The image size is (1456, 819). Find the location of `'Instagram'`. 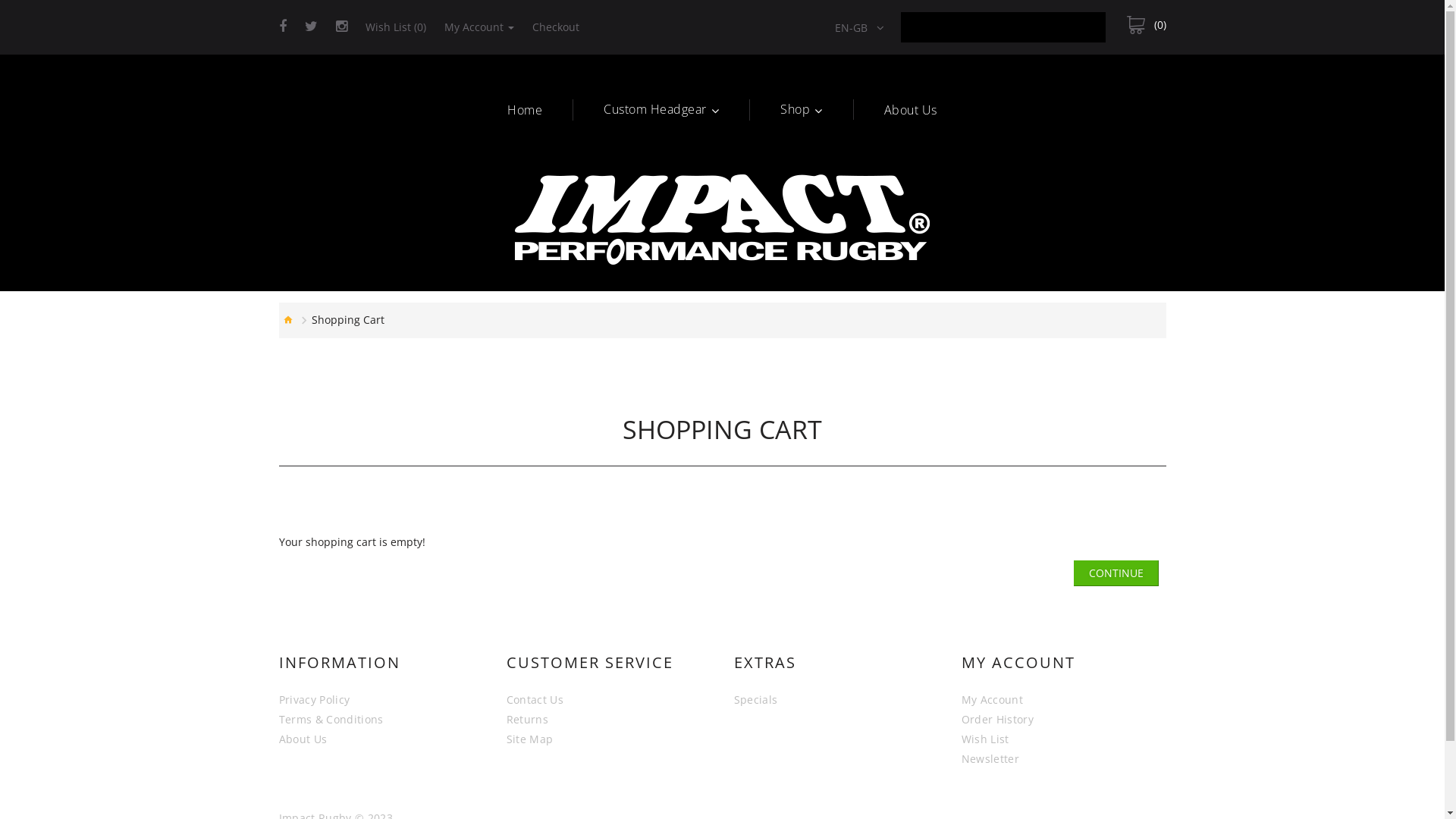

'Instagram' is located at coordinates (340, 27).